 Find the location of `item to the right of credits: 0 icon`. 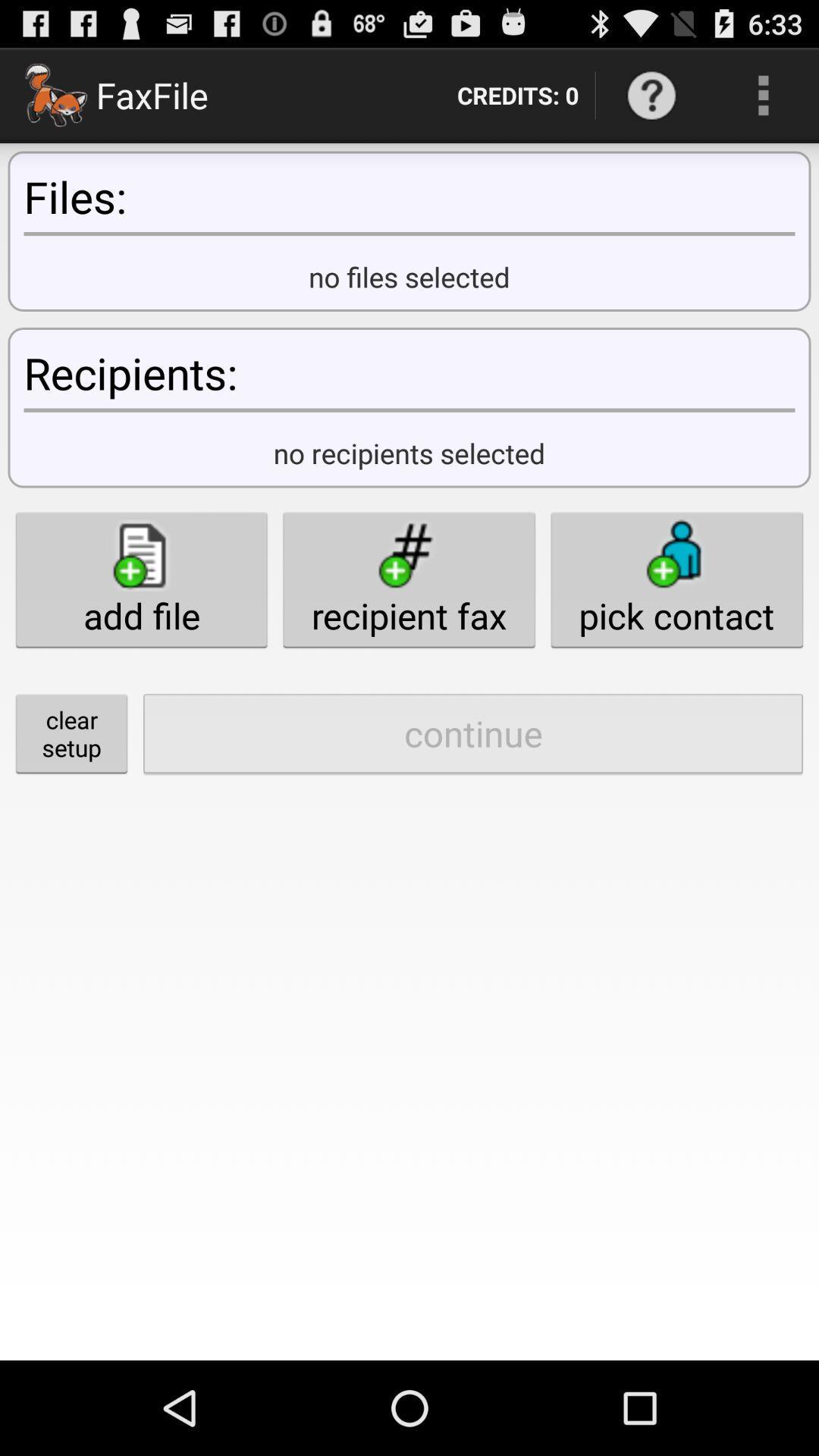

item to the right of credits: 0 icon is located at coordinates (651, 94).